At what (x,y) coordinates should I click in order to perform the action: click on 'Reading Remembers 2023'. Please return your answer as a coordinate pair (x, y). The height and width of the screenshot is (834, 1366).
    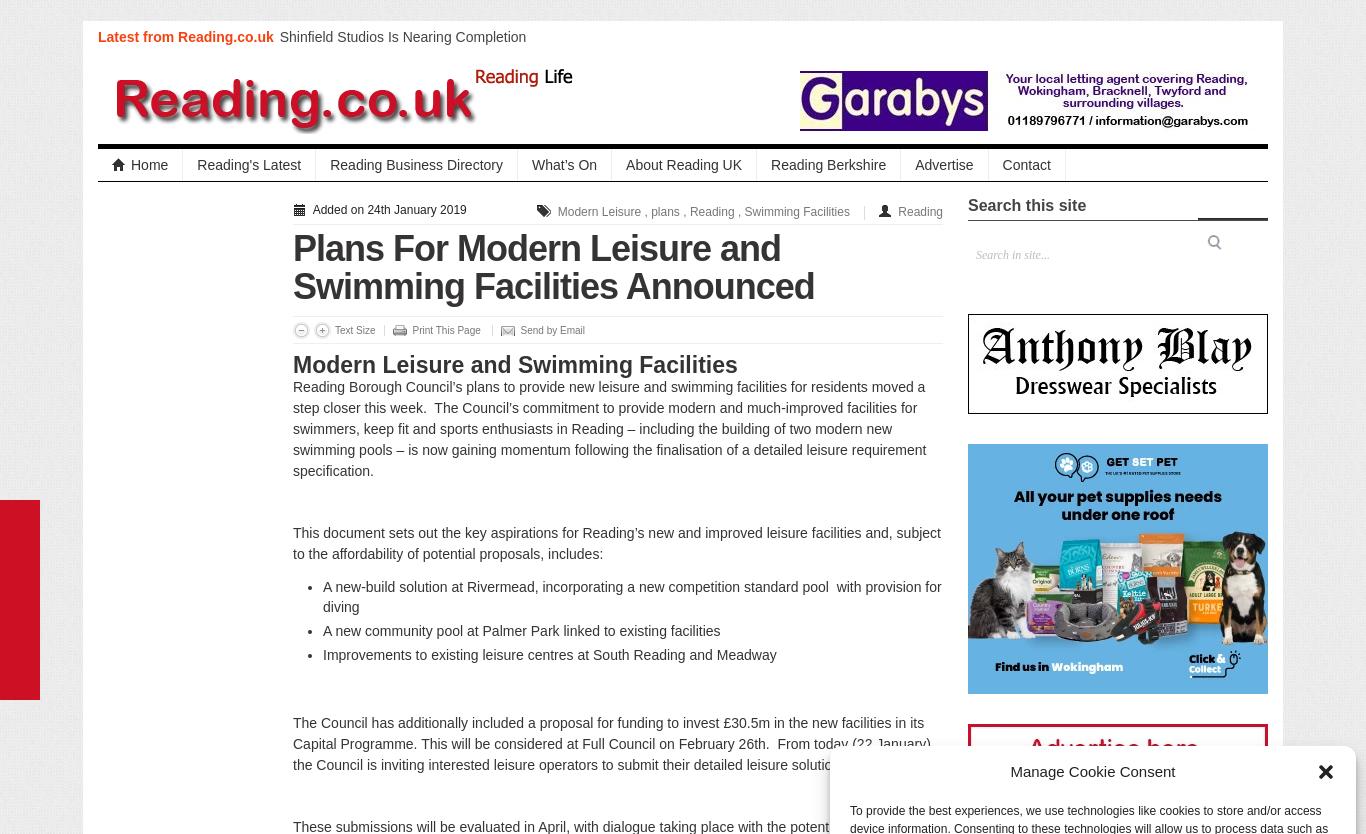
    Looking at the image, I should click on (361, 136).